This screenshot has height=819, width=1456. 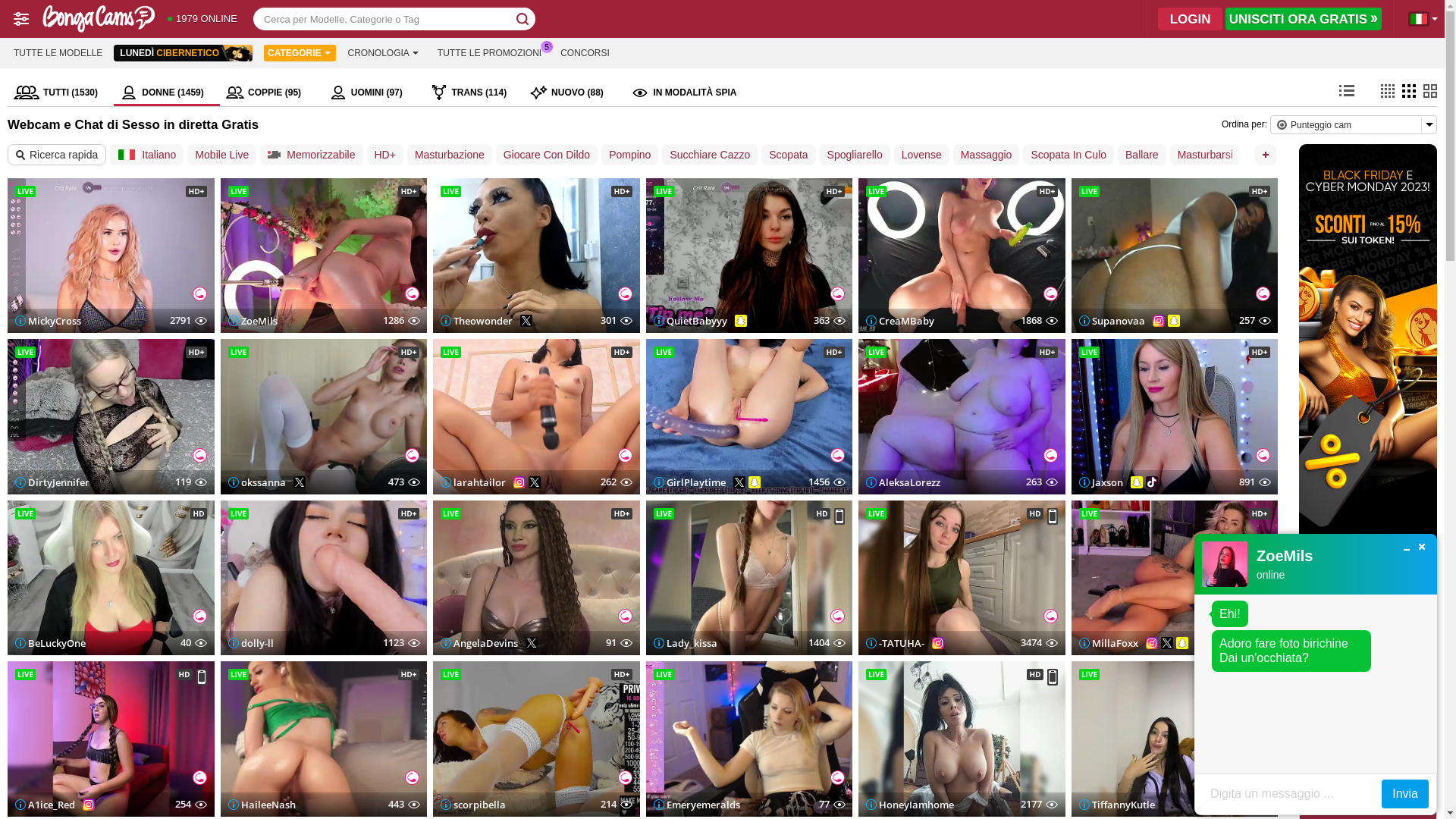 I want to click on 'Mobile Live', so click(x=221, y=155).